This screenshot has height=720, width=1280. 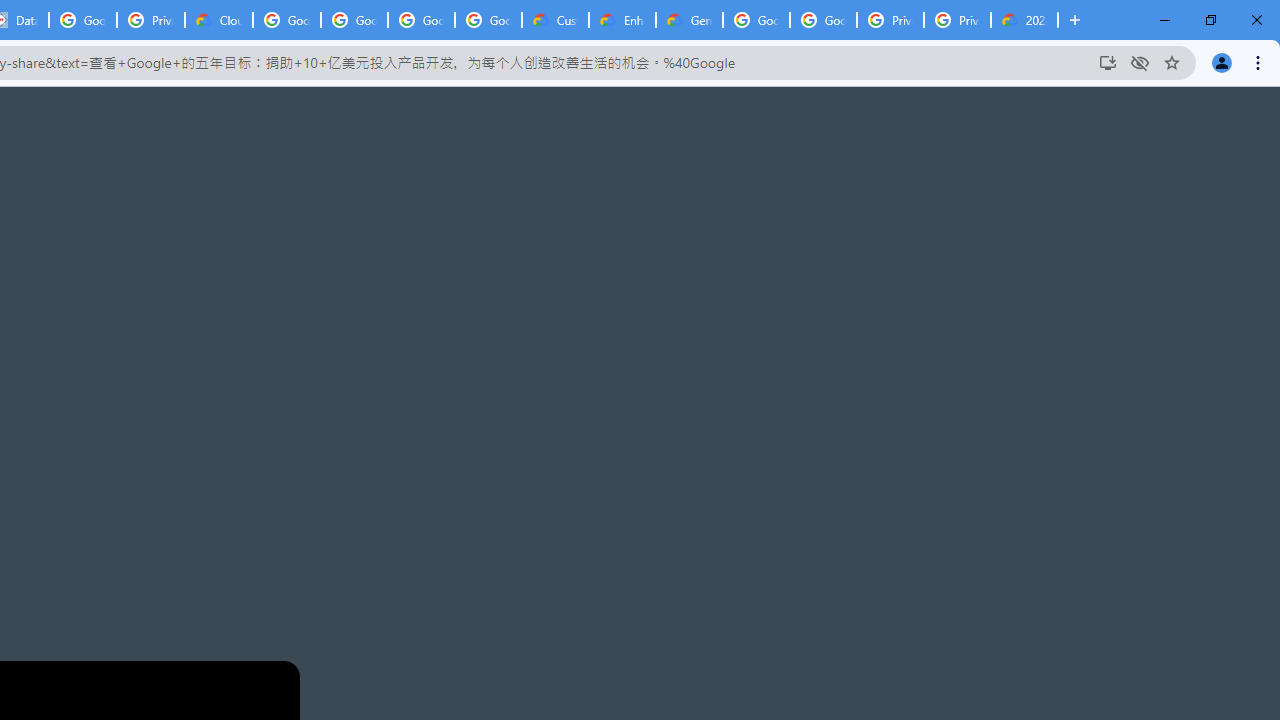 What do you see at coordinates (689, 20) in the screenshot?
I see `'Gemini for Business and Developers | Google Cloud'` at bounding box center [689, 20].